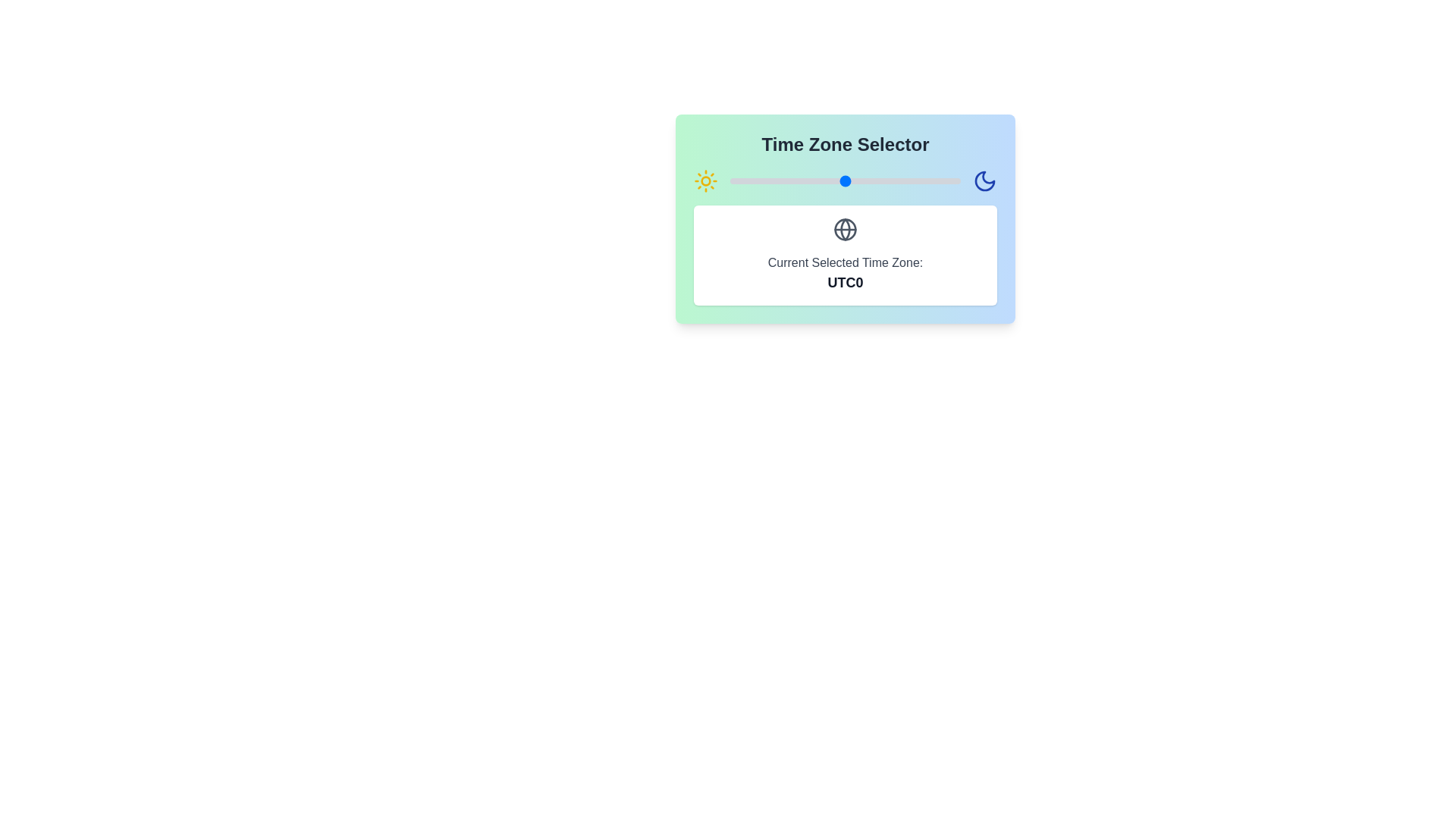 Image resolution: width=1456 pixels, height=819 pixels. I want to click on the globe icon located in the center of the 'Time Zone Selector' area, positioned above the current selected time zone text, so click(844, 230).